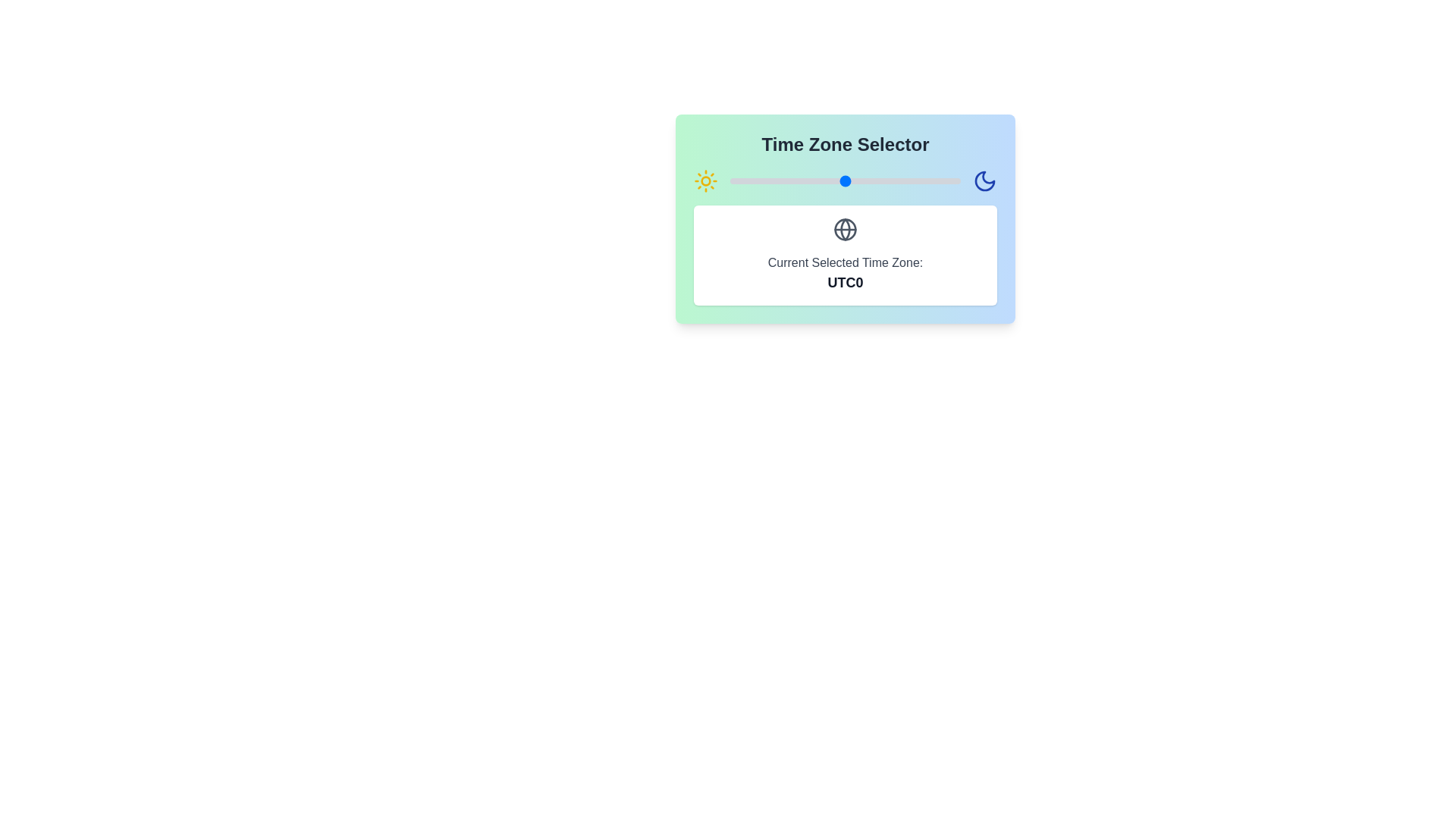 Image resolution: width=1456 pixels, height=819 pixels. I want to click on the globe icon located in the center of the 'Time Zone Selector' area, positioned above the current selected time zone text, so click(844, 230).